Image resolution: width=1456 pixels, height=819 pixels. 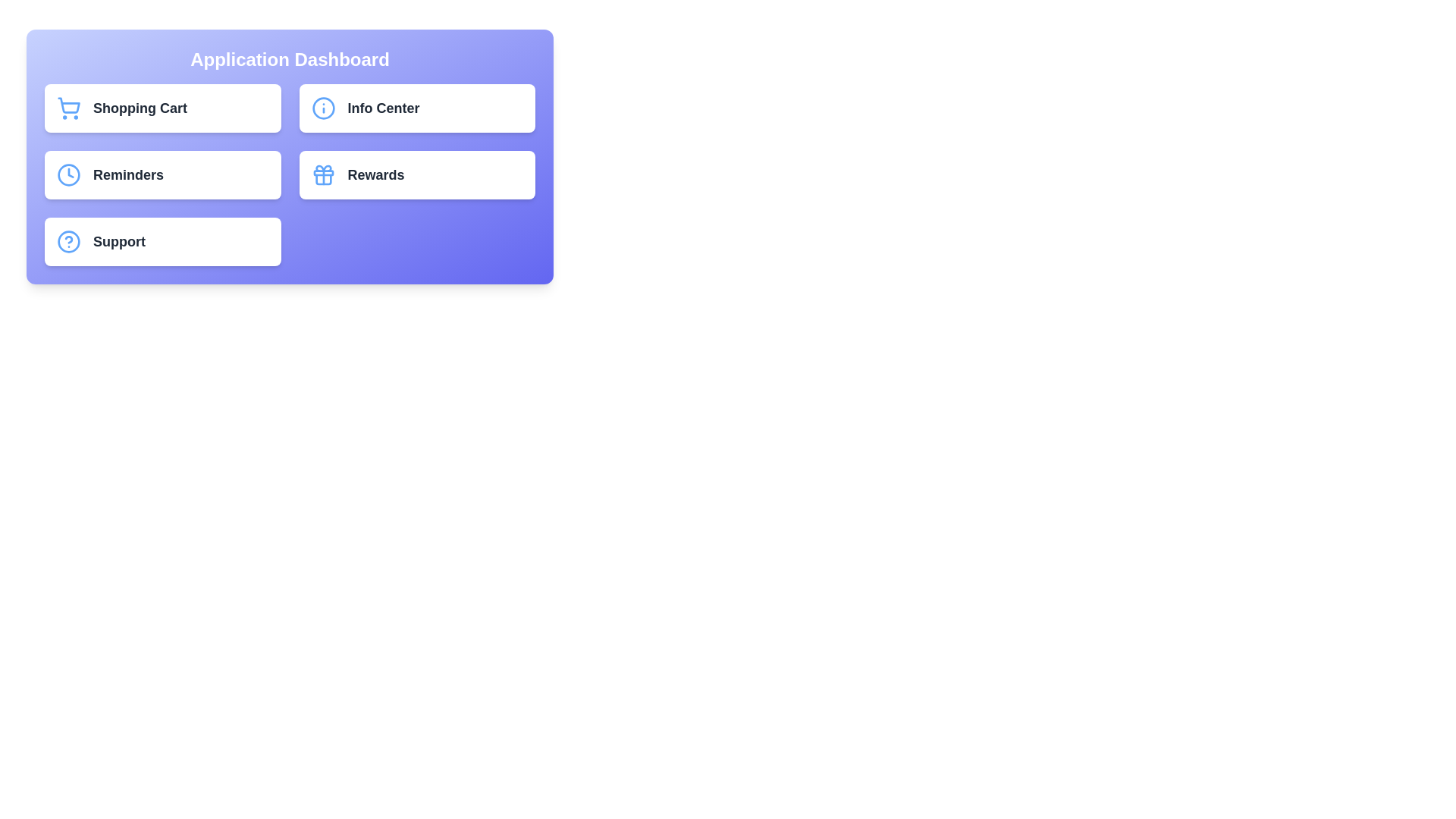 I want to click on the leftmost icon within the white rounded rectangular box labeled 'Support' at the bottom-left of the Application Dashboard, so click(x=68, y=241).